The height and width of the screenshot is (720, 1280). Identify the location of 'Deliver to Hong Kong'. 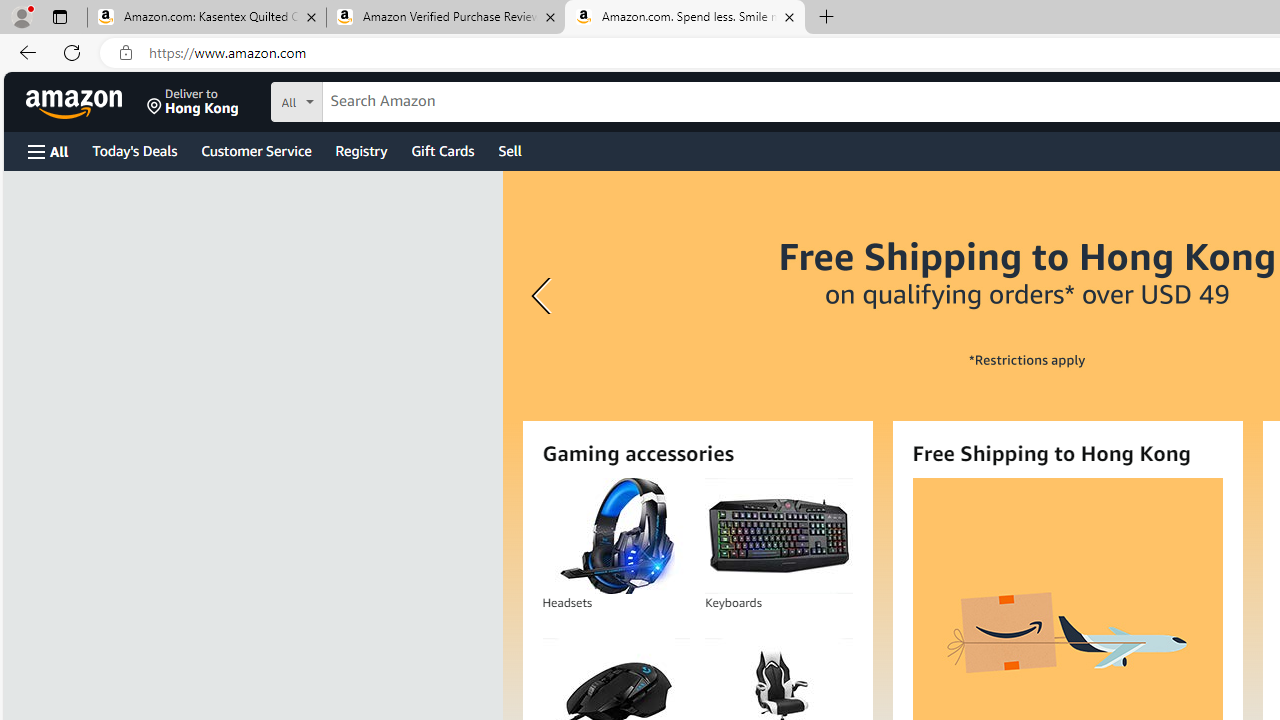
(193, 101).